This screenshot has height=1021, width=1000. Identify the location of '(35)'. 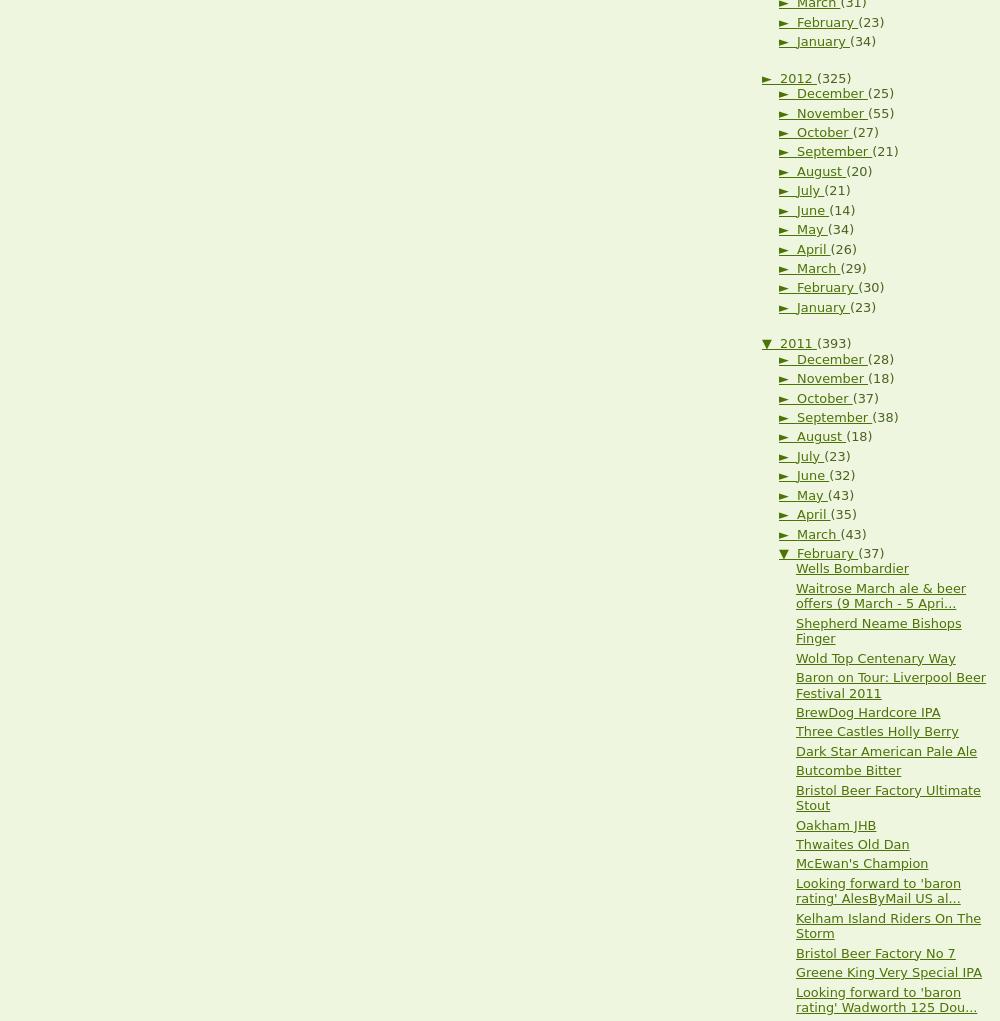
(842, 514).